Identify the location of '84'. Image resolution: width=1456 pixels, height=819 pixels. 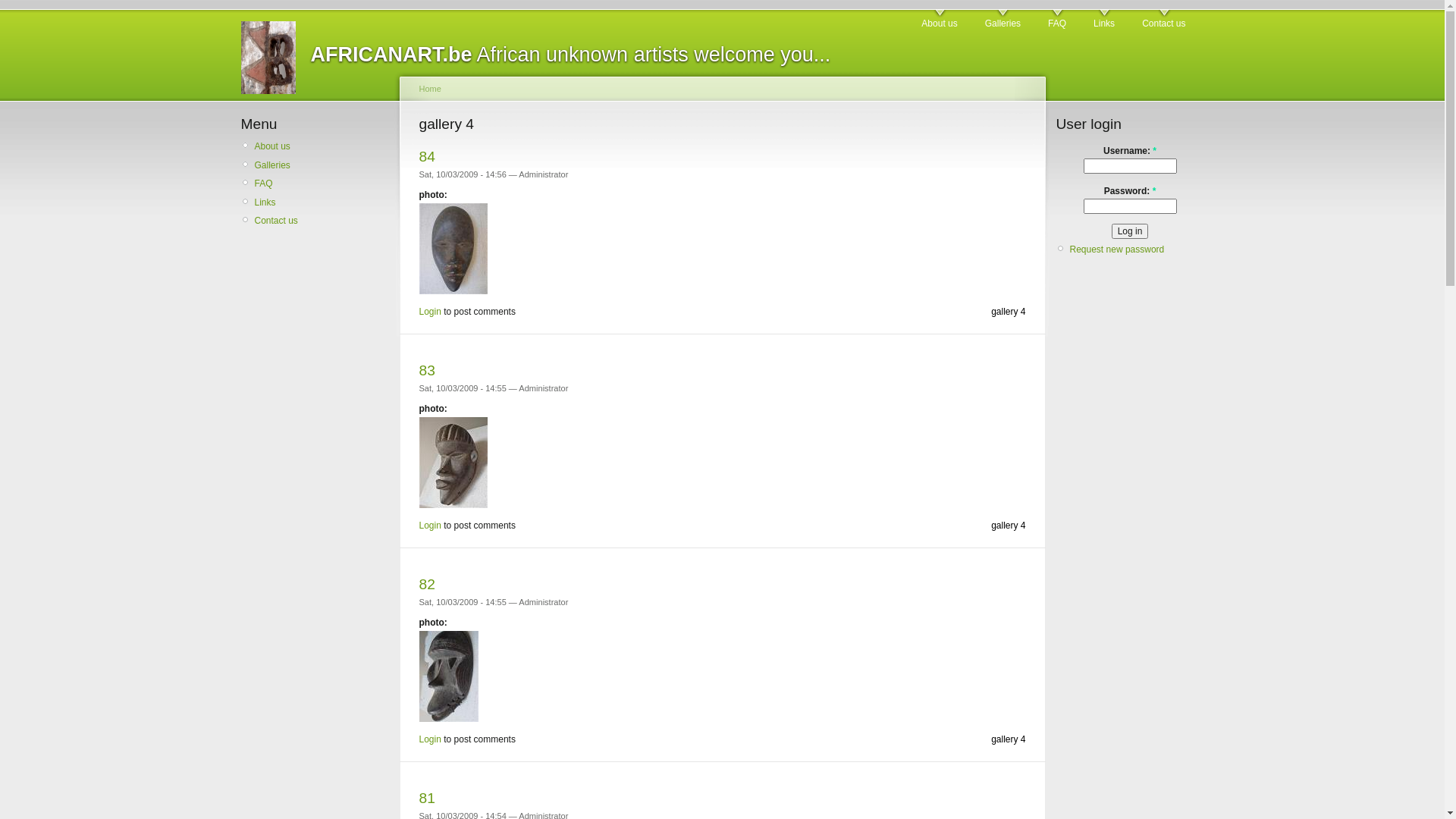
(425, 156).